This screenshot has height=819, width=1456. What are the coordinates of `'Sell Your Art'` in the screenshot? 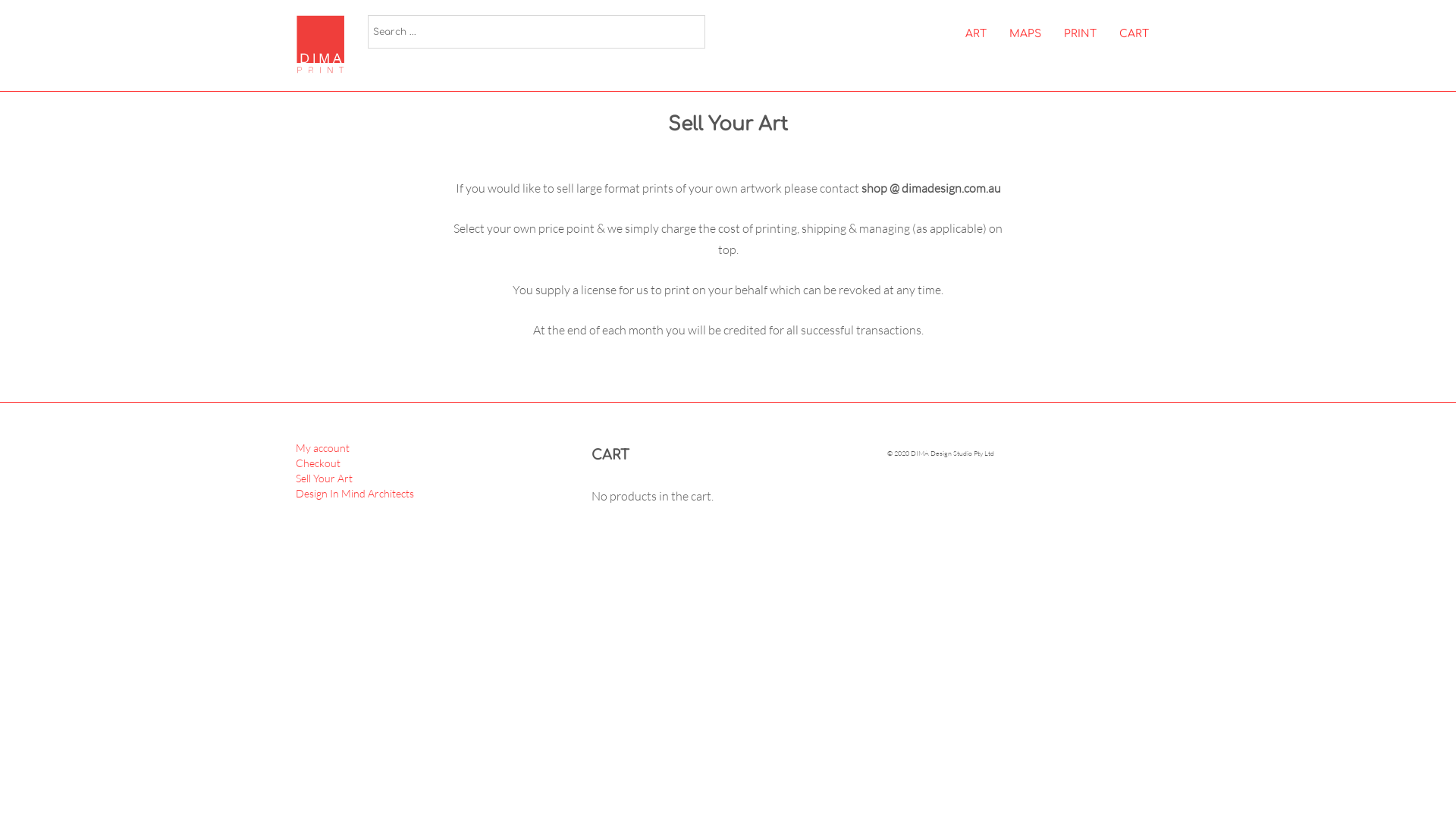 It's located at (323, 478).